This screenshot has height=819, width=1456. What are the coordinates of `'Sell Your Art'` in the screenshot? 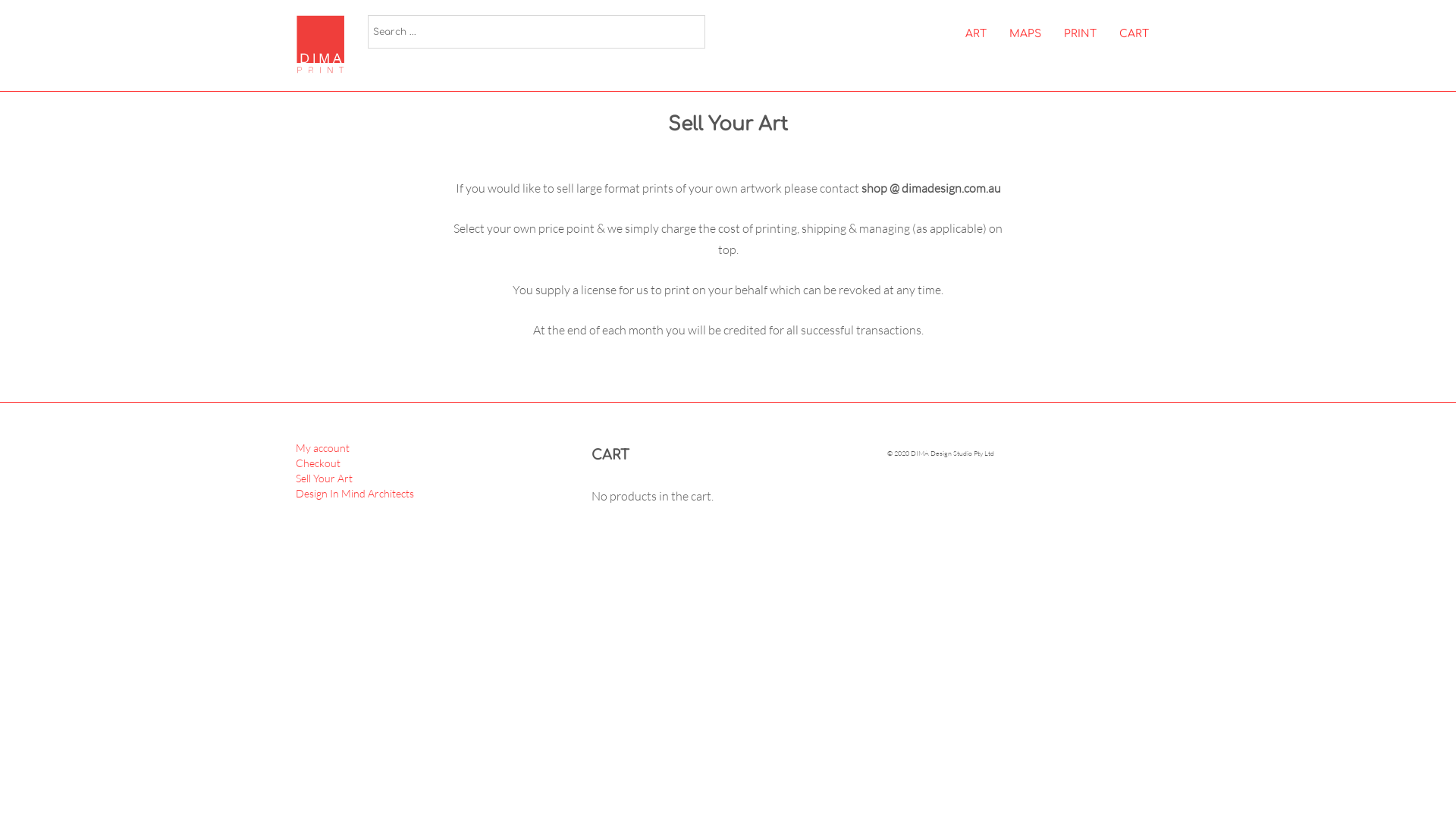 It's located at (323, 478).